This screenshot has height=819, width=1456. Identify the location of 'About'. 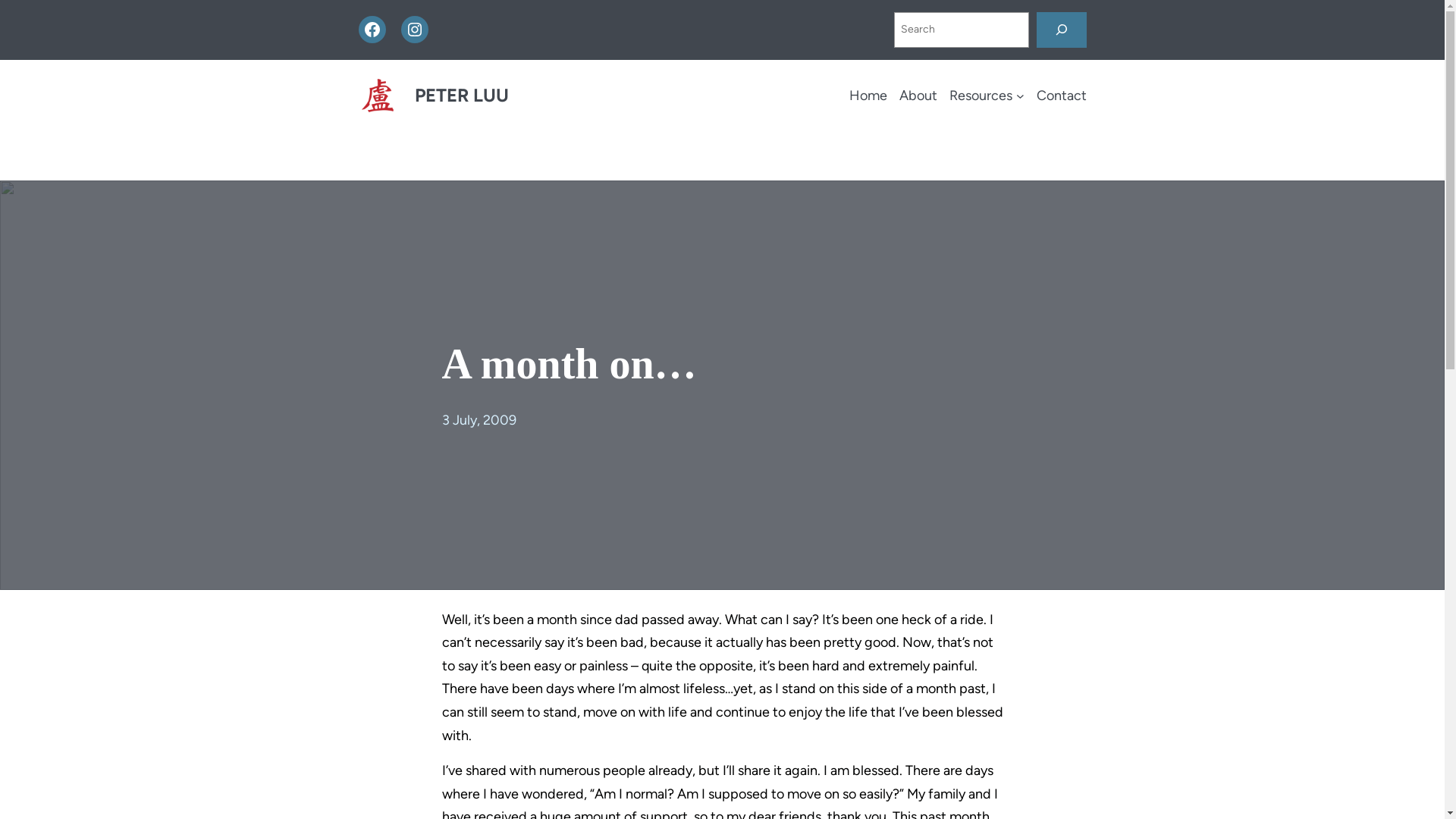
(899, 96).